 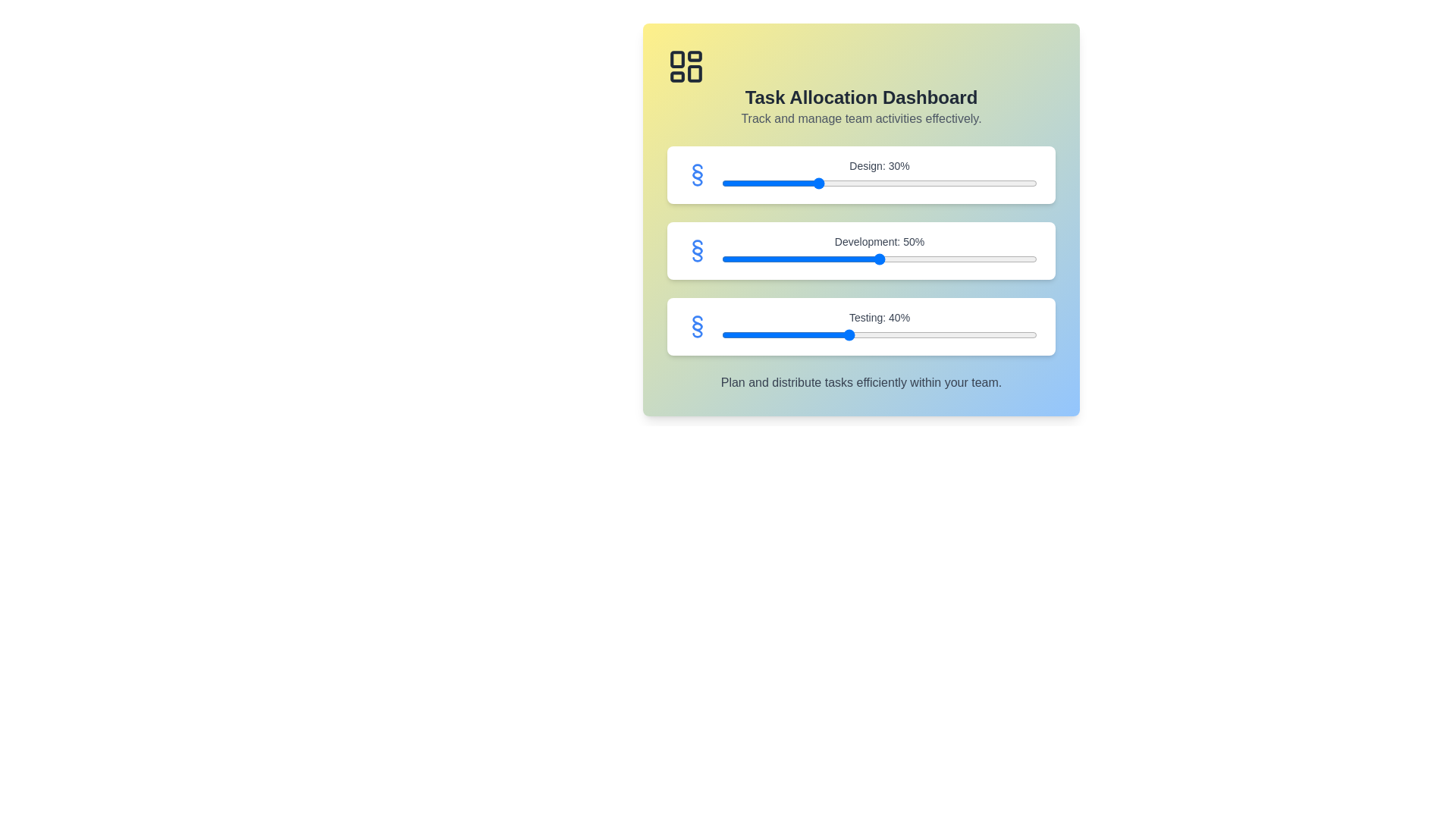 What do you see at coordinates (822, 183) in the screenshot?
I see `the 'Design' slider to 32% by dragging the slider to the corresponding position` at bounding box center [822, 183].